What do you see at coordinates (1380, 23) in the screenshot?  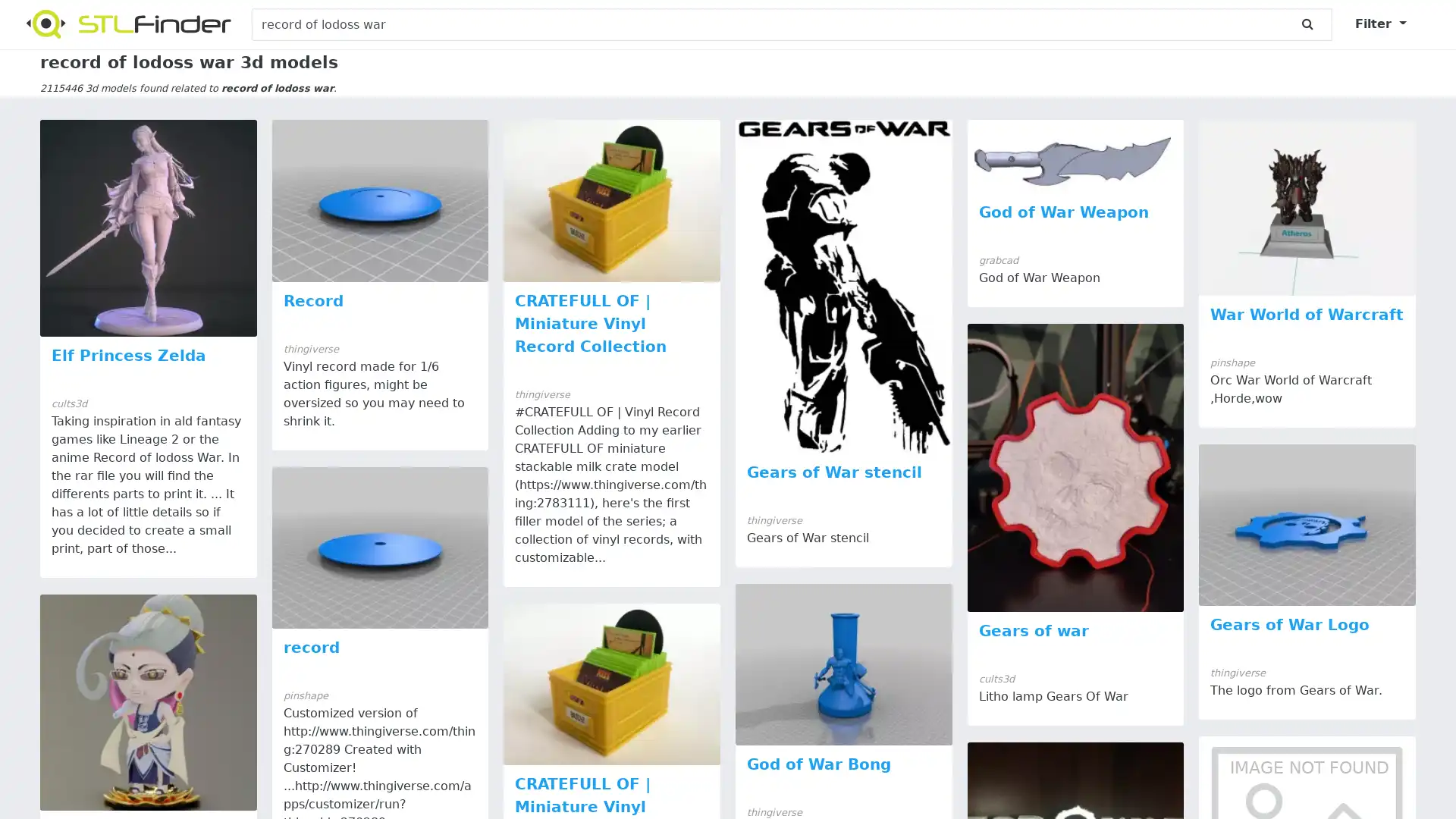 I see `Filter` at bounding box center [1380, 23].